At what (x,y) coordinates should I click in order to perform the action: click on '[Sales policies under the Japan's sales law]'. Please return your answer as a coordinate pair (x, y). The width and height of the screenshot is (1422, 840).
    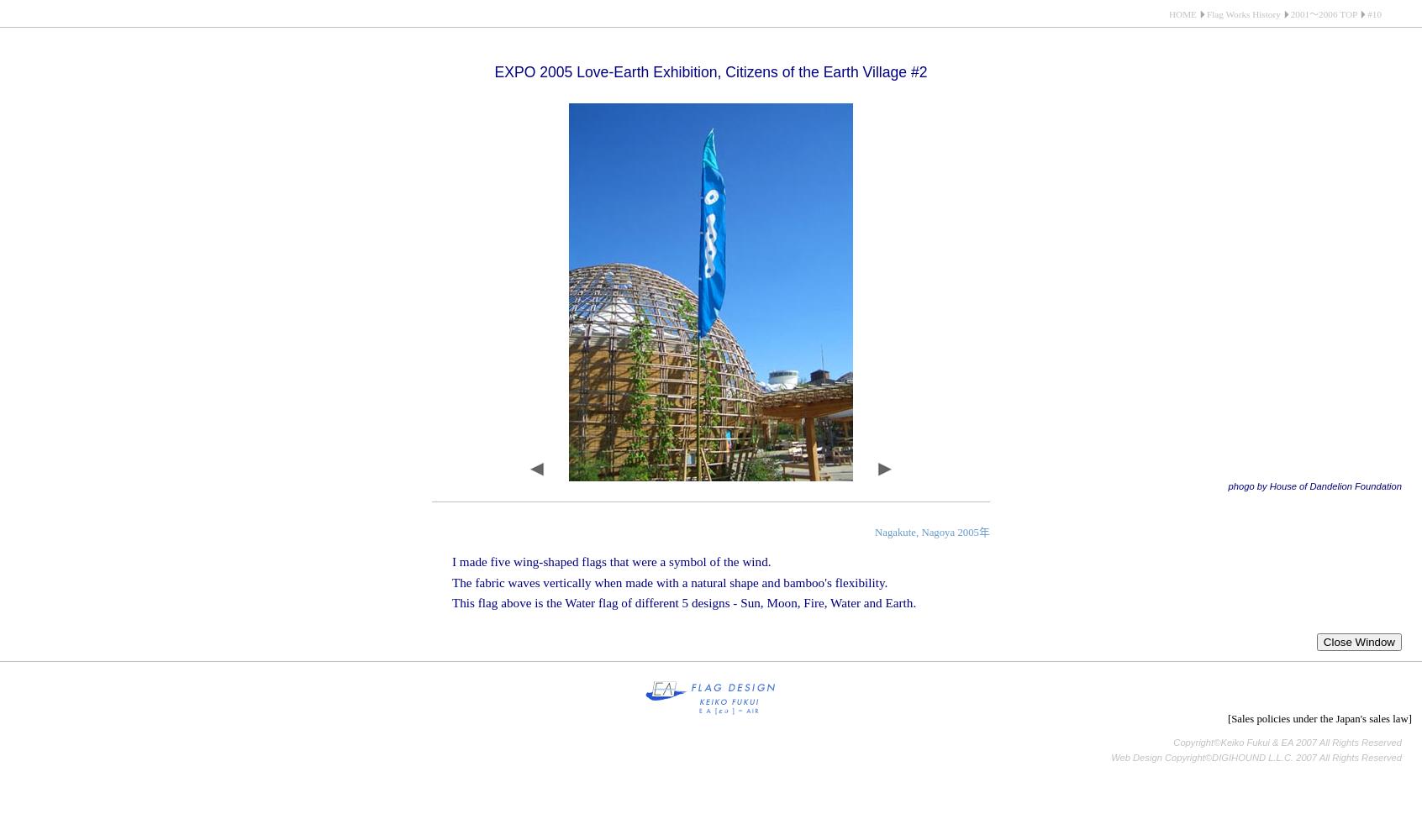
    Looking at the image, I should click on (1319, 717).